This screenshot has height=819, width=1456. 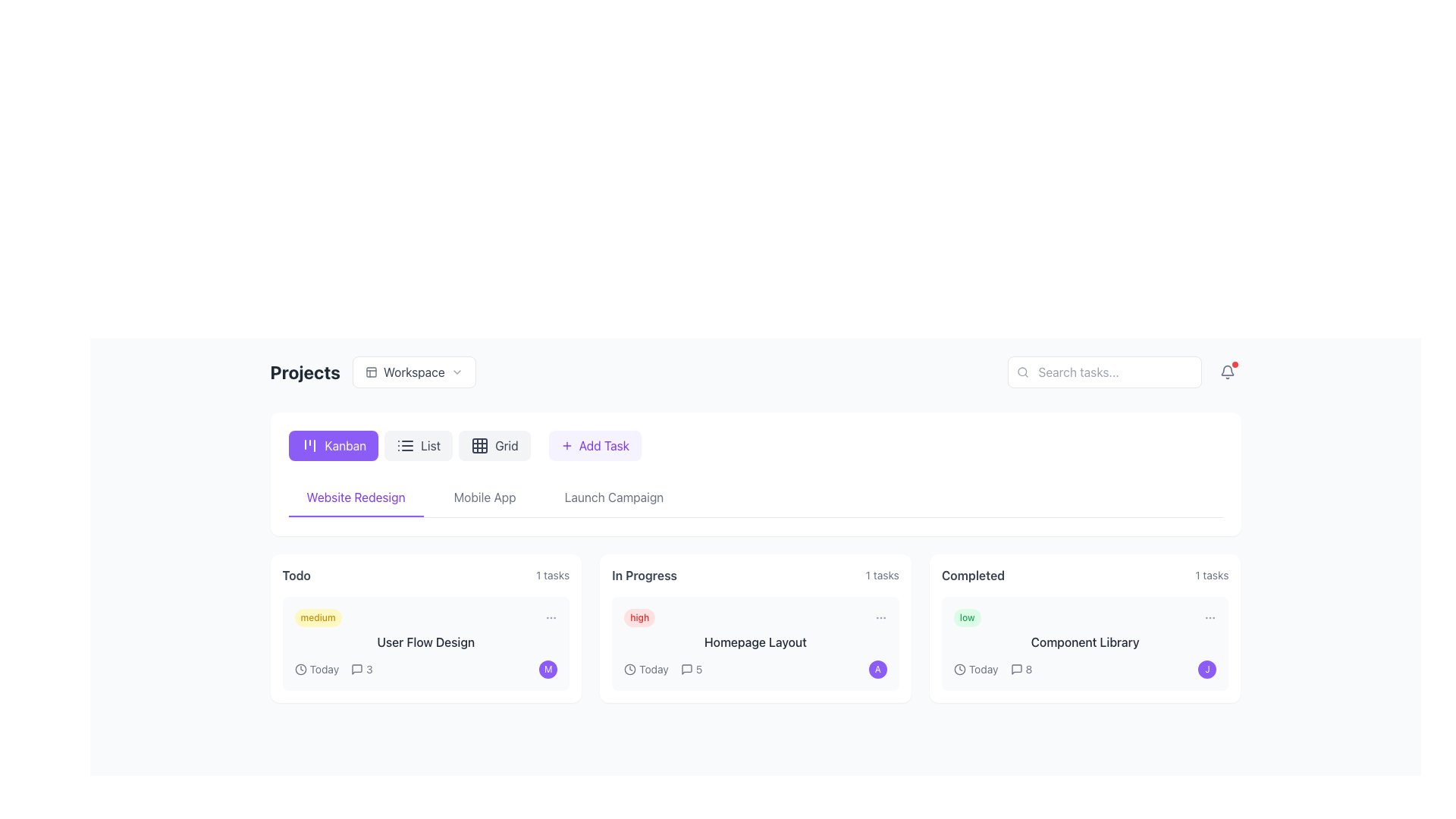 I want to click on the task card labeled 'Completed' in the Kanban board, so click(x=1084, y=629).